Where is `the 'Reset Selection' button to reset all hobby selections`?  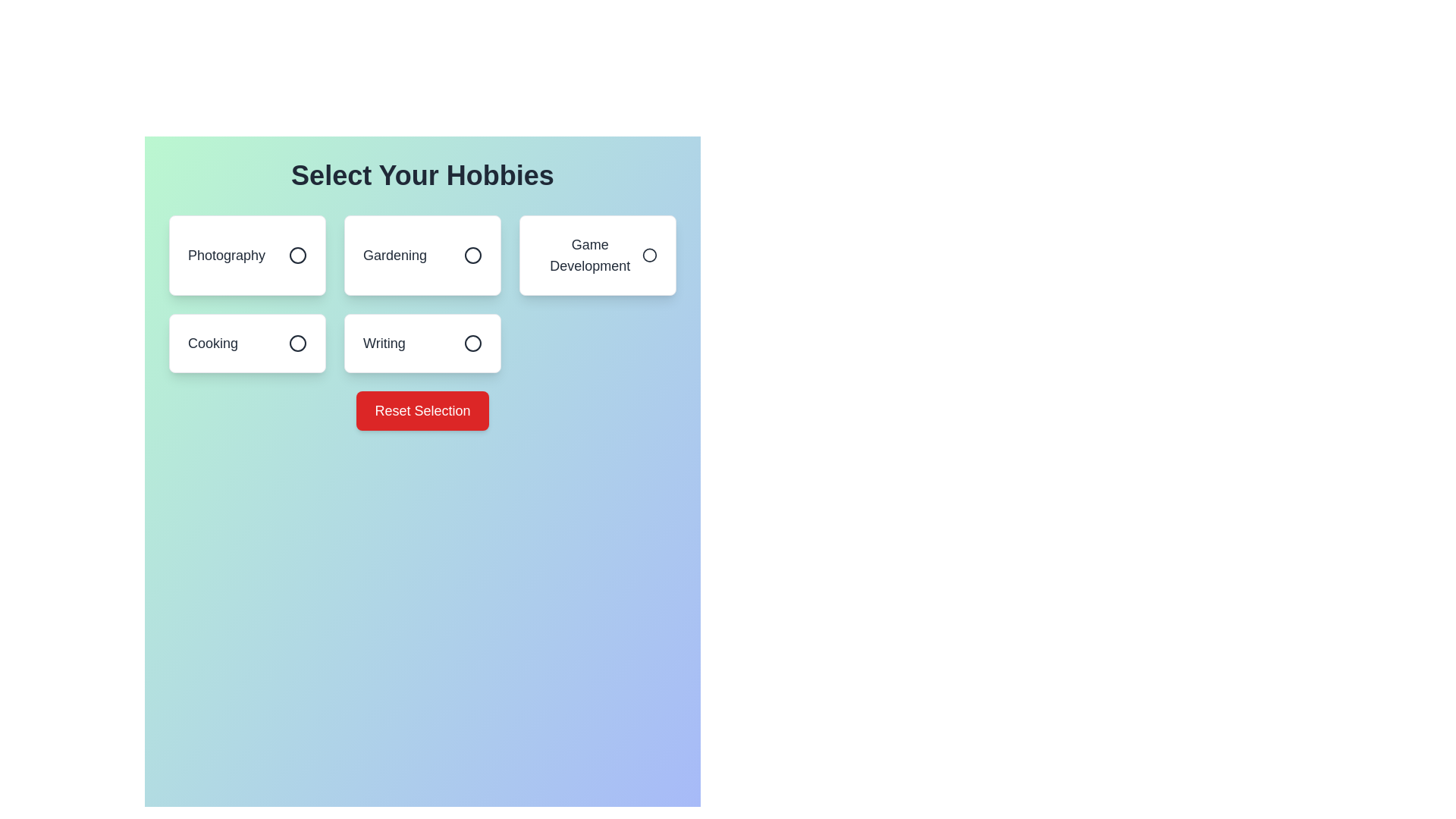 the 'Reset Selection' button to reset all hobby selections is located at coordinates (422, 411).